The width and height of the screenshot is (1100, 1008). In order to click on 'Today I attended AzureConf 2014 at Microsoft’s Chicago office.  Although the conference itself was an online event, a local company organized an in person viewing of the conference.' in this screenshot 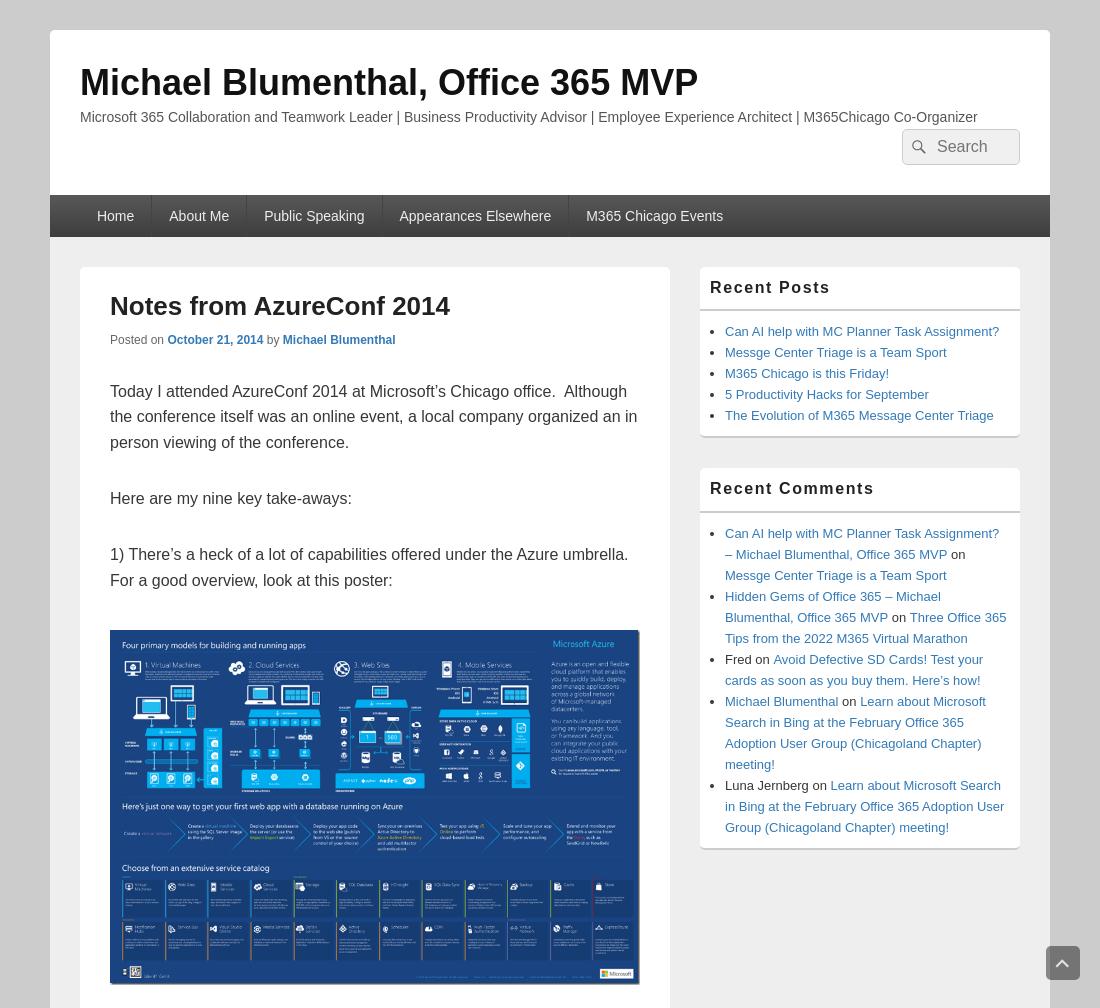, I will do `click(373, 416)`.